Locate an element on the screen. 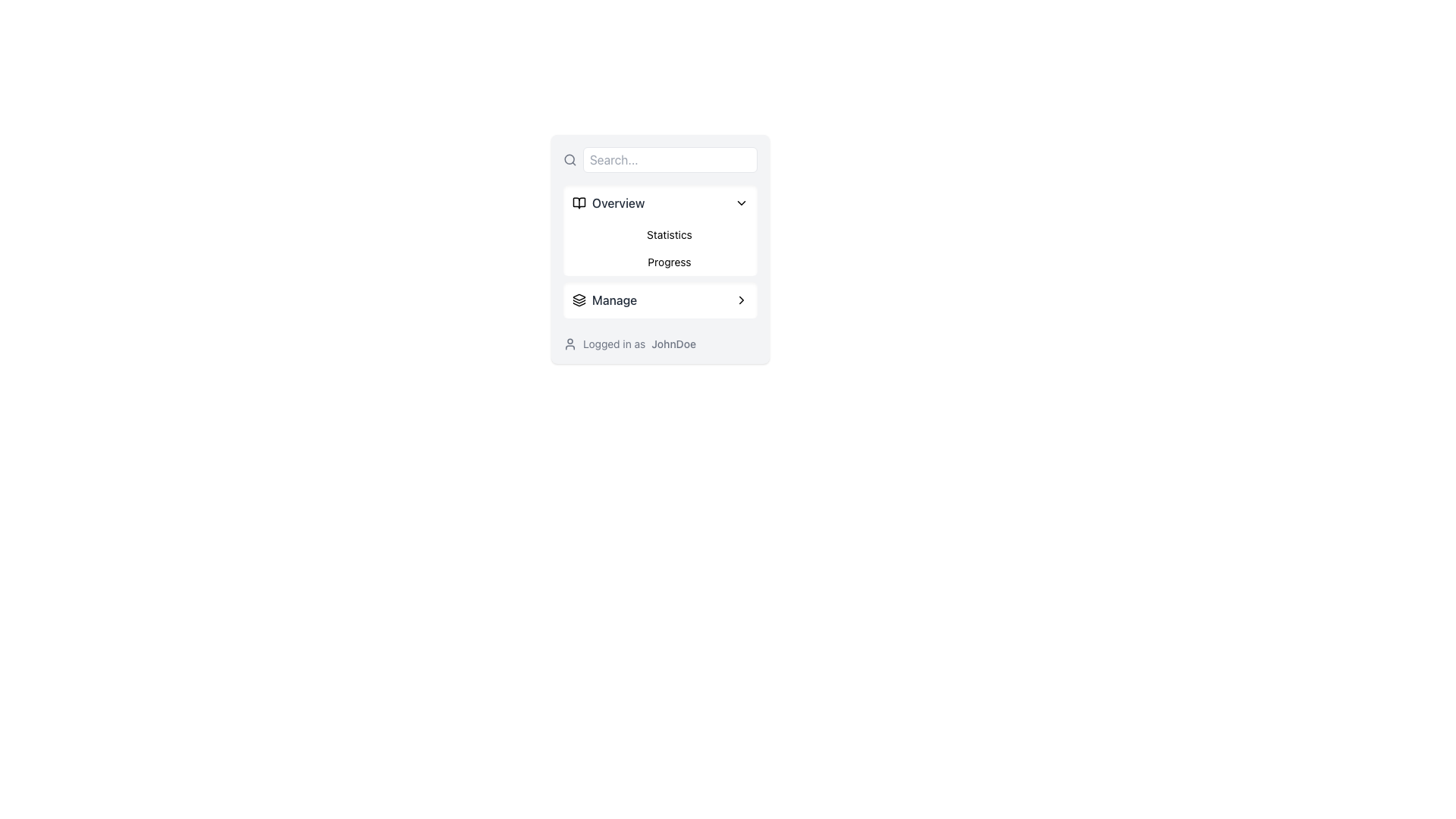 Image resolution: width=1456 pixels, height=819 pixels. the Text Label that serves as a label for a menu or navigation item leading to 'Manage', located under the 'Overview' section, to the right of a layered icon and a directional arrow is located at coordinates (614, 300).